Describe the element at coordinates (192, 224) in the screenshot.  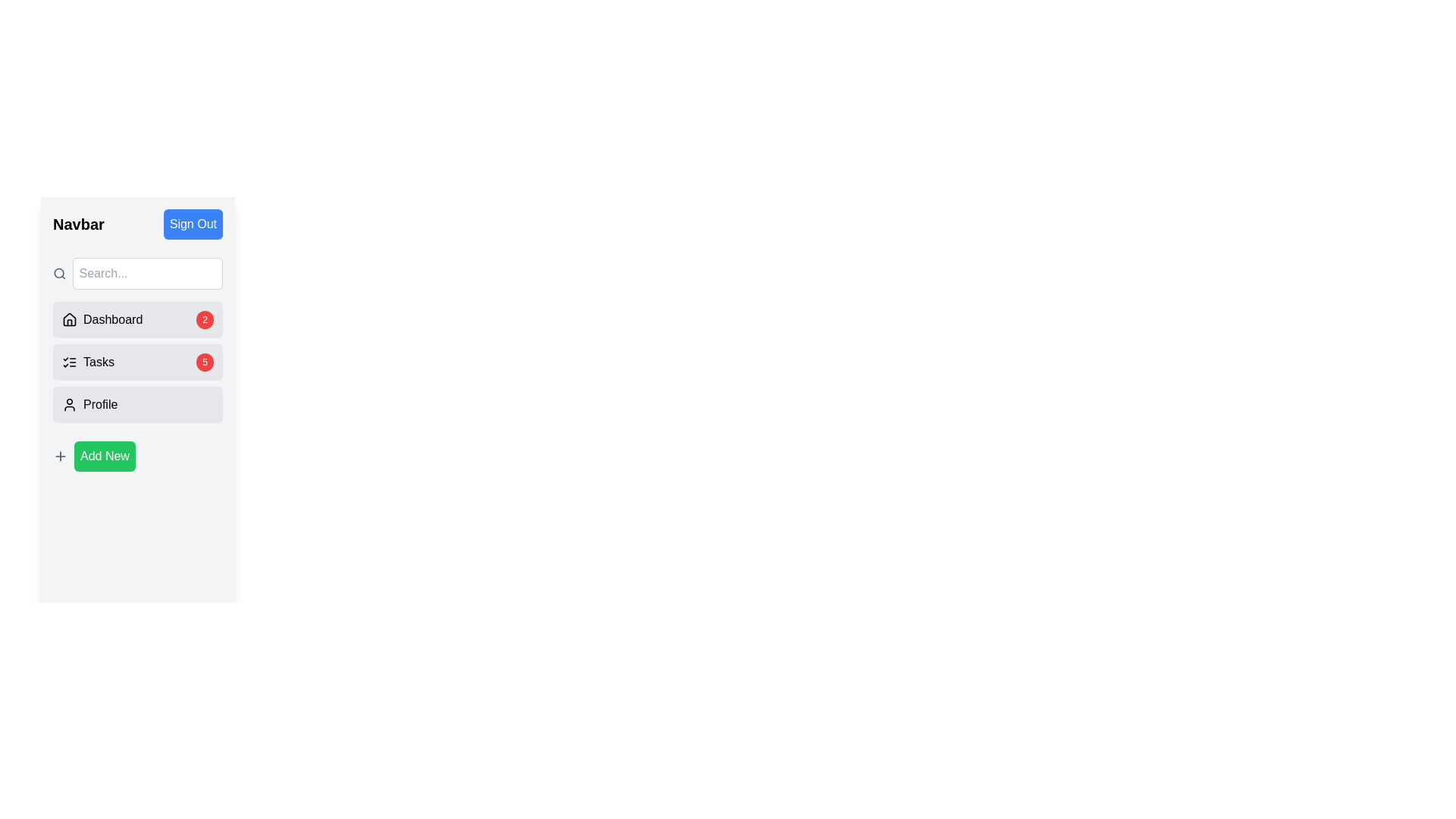
I see `the 'Sign Out' button with a blue background and white text, located in the 'Navbar' section of the sidebar` at that location.